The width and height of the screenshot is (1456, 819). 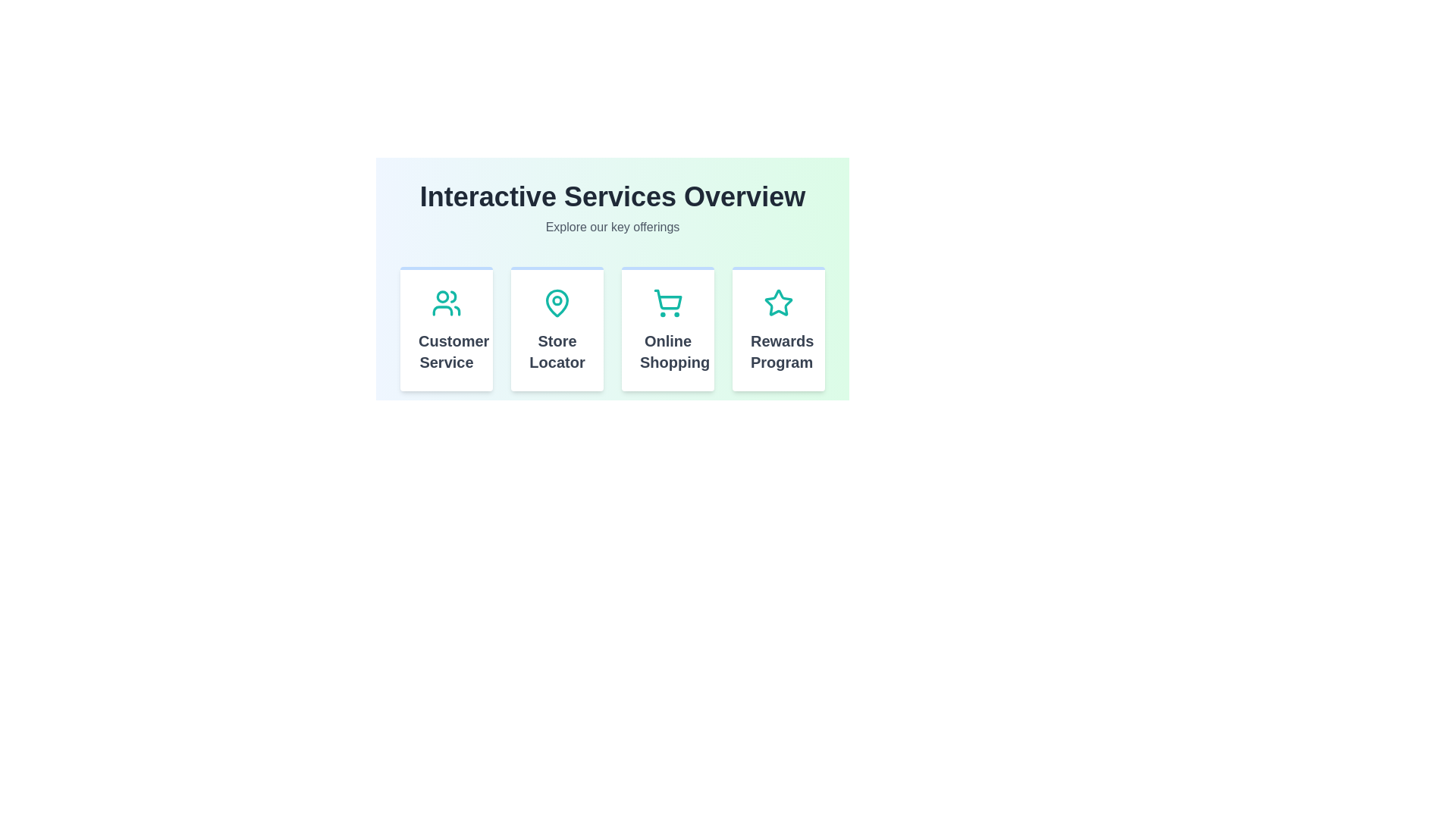 What do you see at coordinates (442, 296) in the screenshot?
I see `the decorative vector circle component that is part of the SVG illustration representing a group of users, located at the upper-left region of the group icon` at bounding box center [442, 296].